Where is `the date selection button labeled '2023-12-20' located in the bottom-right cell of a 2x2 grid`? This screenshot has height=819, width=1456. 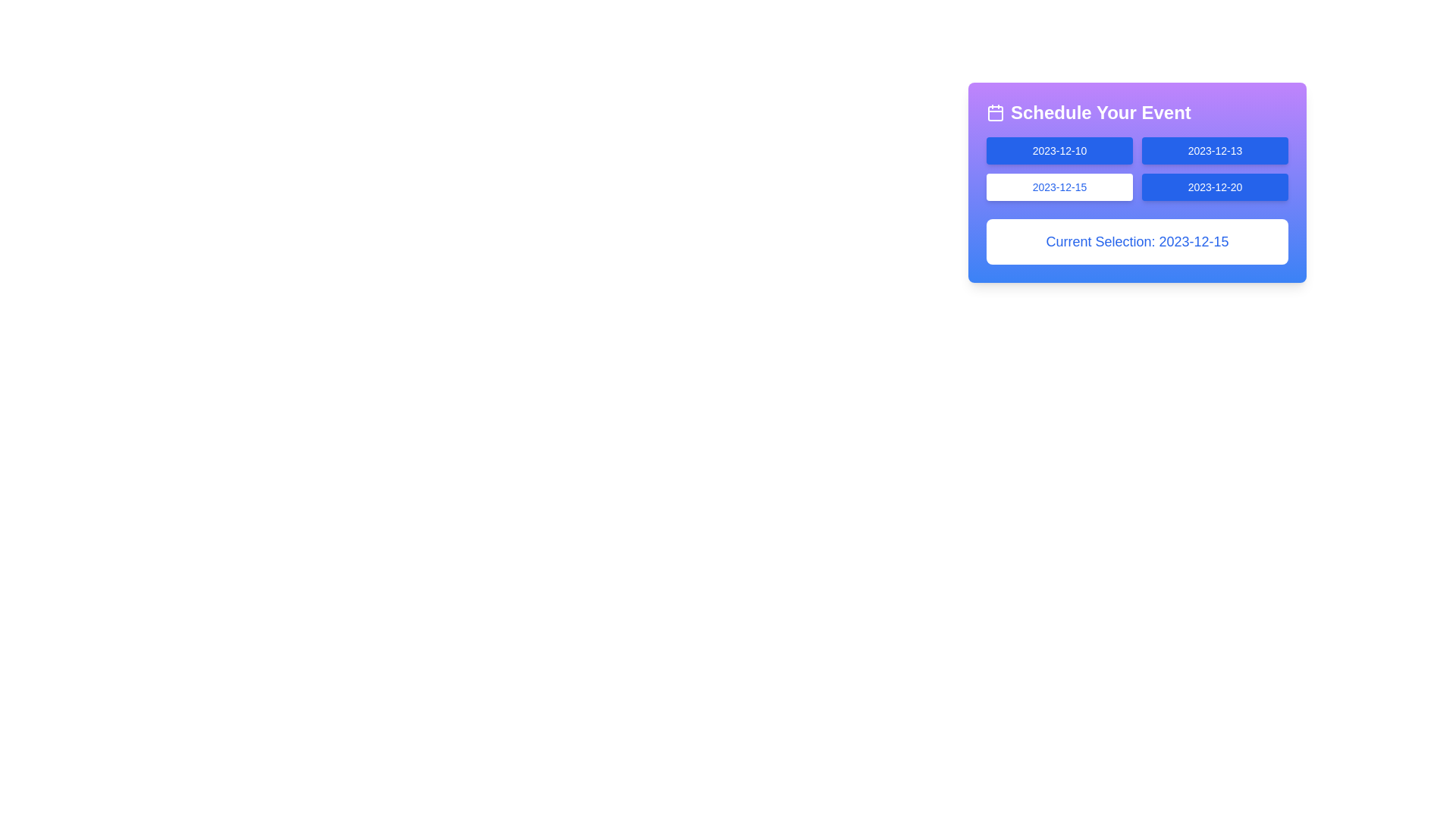 the date selection button labeled '2023-12-20' located in the bottom-right cell of a 2x2 grid is located at coordinates (1215, 186).